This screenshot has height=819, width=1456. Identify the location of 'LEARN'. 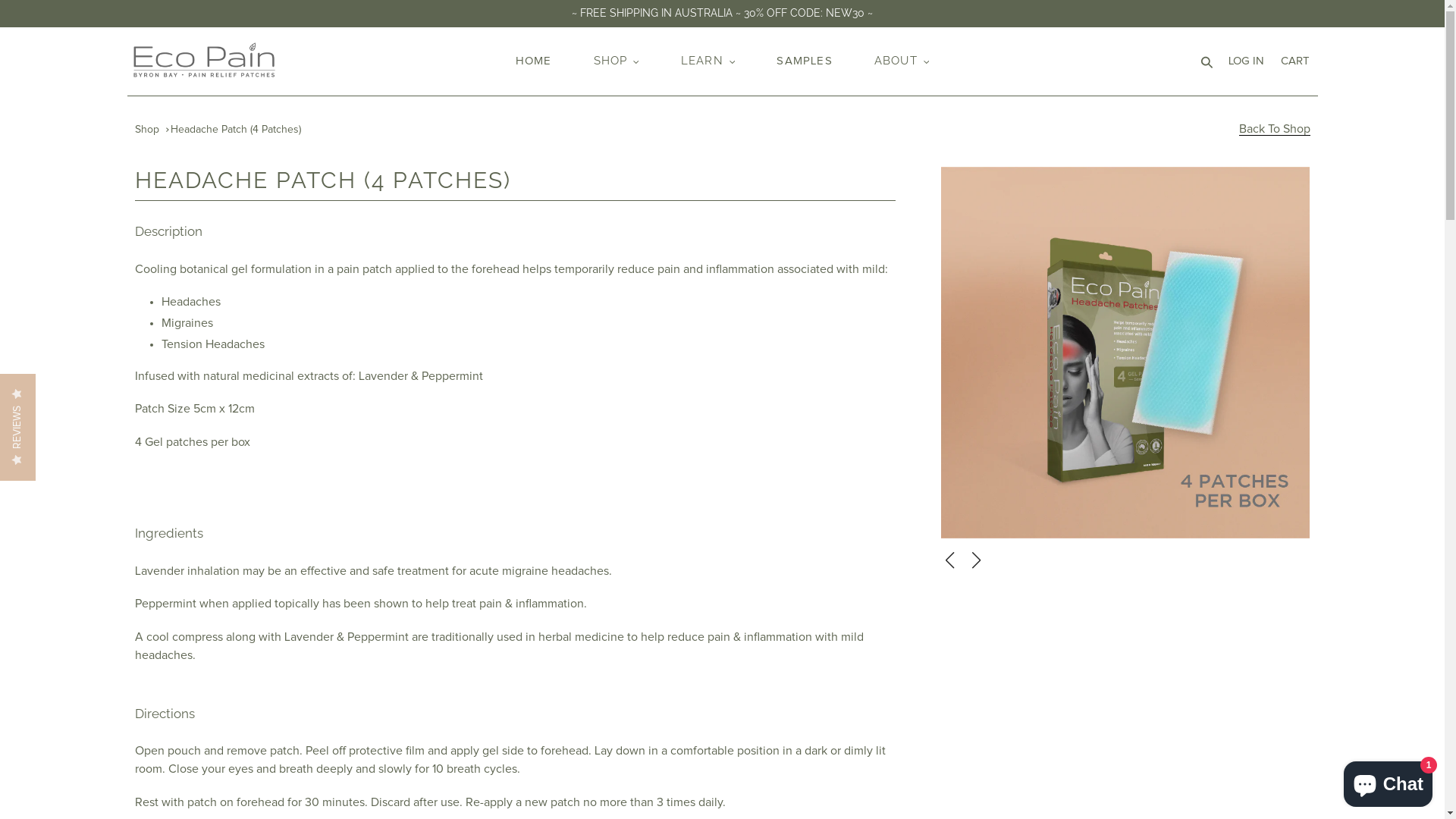
(708, 61).